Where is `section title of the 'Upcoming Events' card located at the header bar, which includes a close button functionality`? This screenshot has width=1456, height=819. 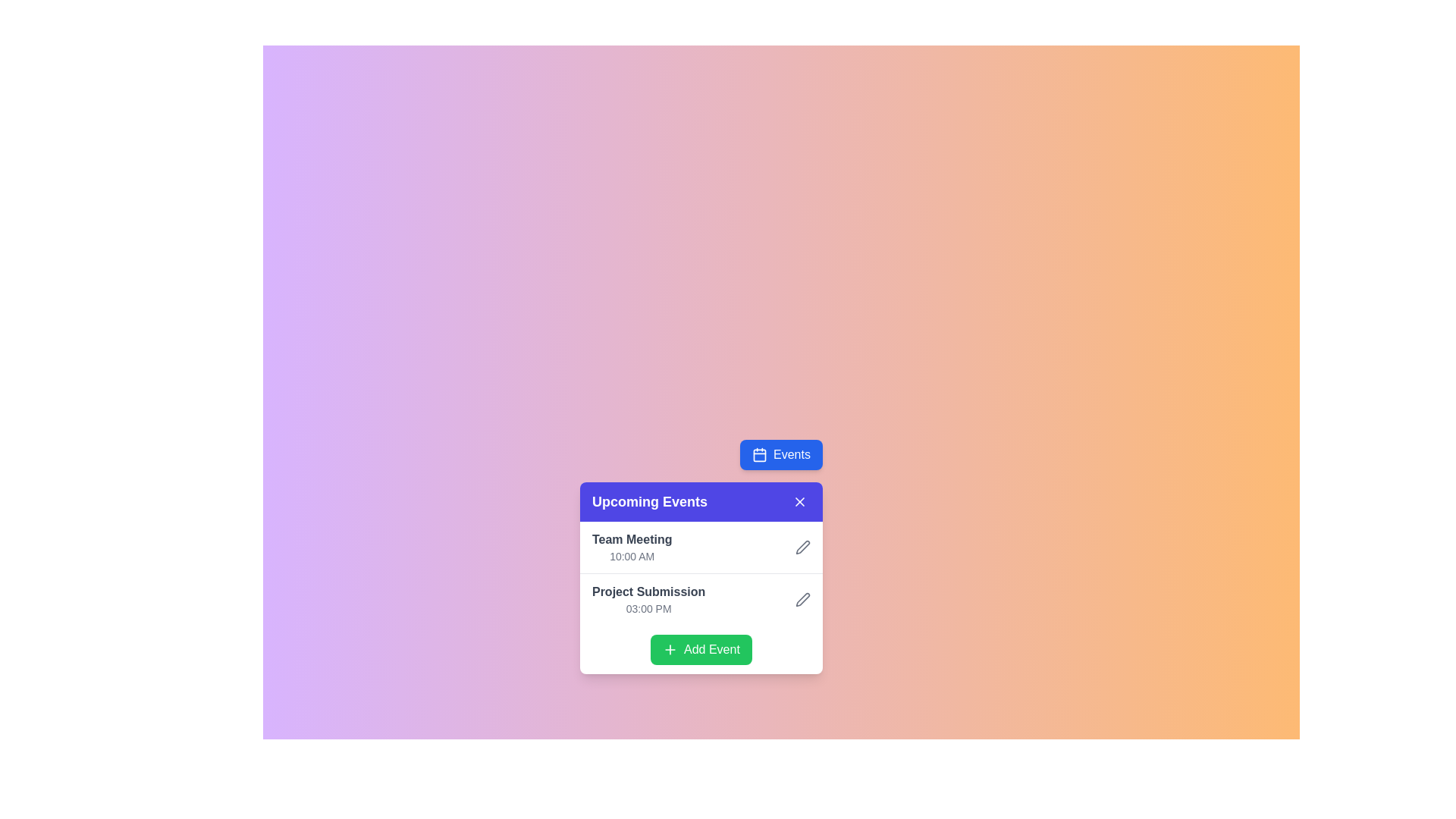
section title of the 'Upcoming Events' card located at the header bar, which includes a close button functionality is located at coordinates (700, 502).